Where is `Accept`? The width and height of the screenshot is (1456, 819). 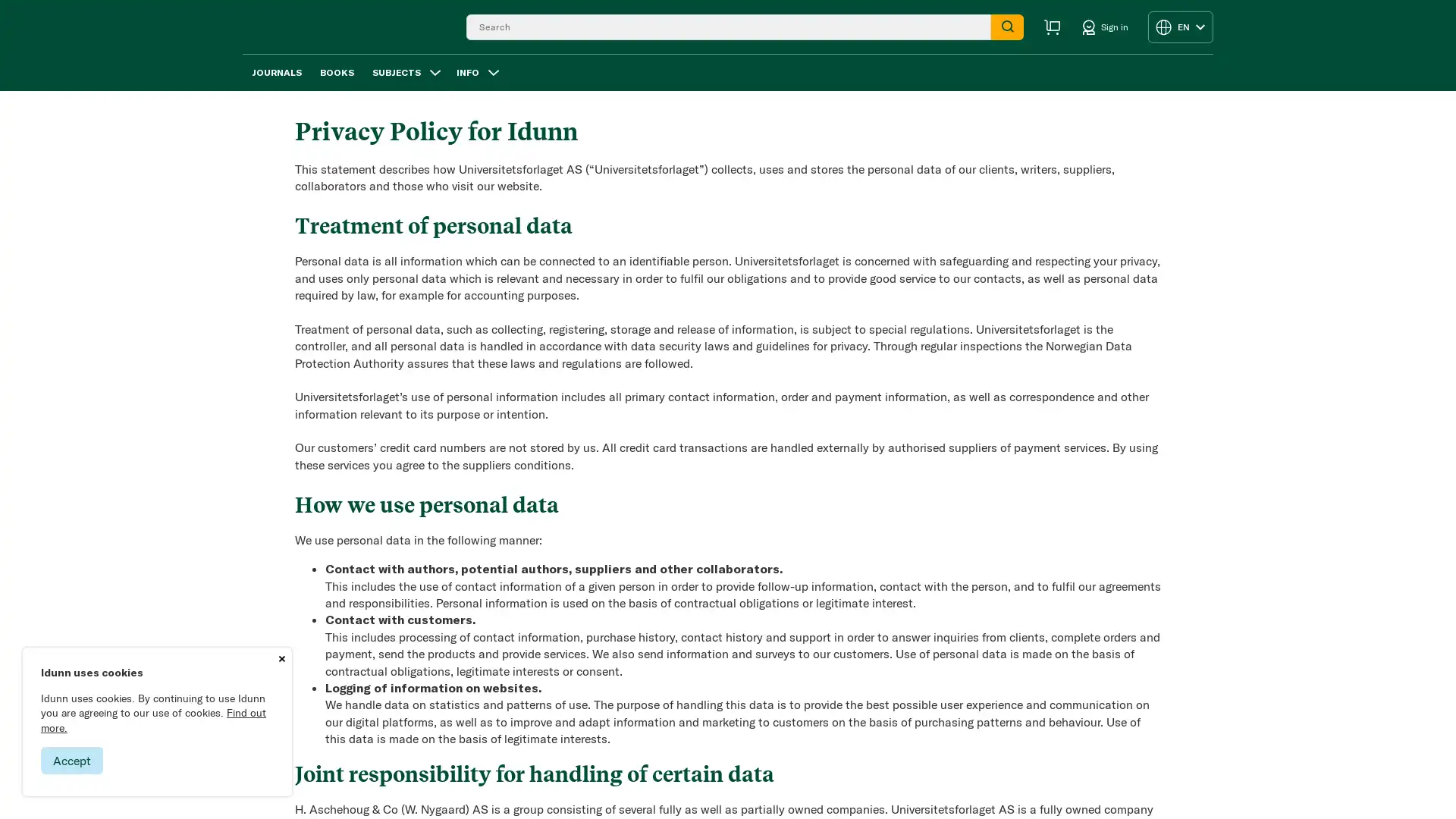 Accept is located at coordinates (71, 760).